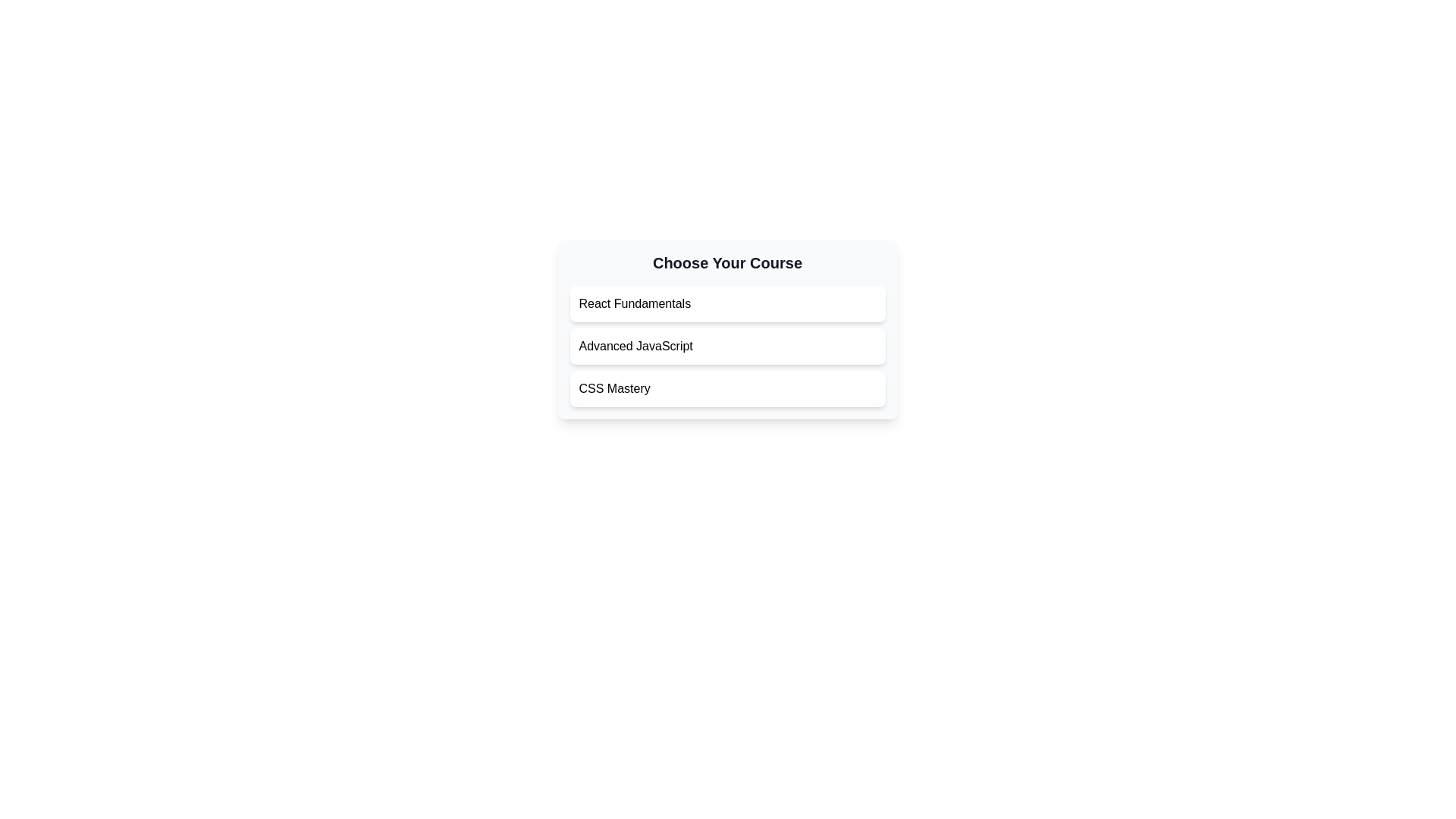 Image resolution: width=1456 pixels, height=819 pixels. I want to click on the 'CSS Mastery' selectable radio option, which is the third option in a vertical list of courses, so click(614, 388).